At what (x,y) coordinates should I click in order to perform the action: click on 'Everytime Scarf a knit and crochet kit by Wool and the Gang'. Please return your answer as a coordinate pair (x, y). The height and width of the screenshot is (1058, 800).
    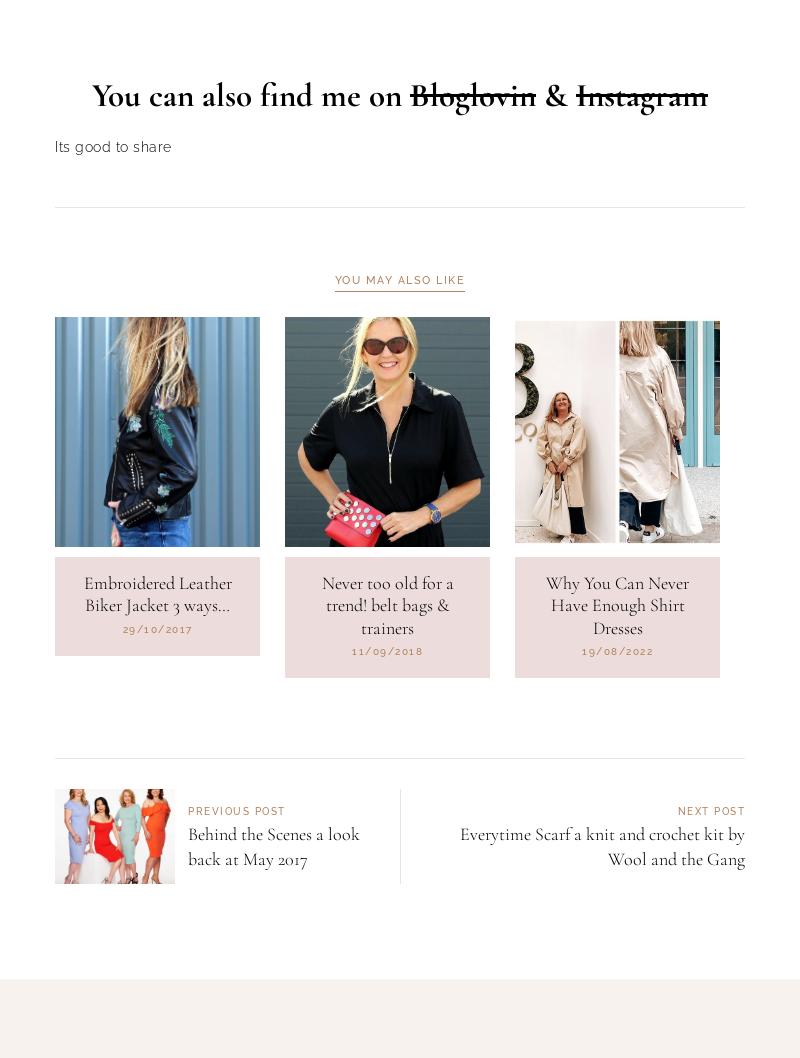
    Looking at the image, I should click on (602, 949).